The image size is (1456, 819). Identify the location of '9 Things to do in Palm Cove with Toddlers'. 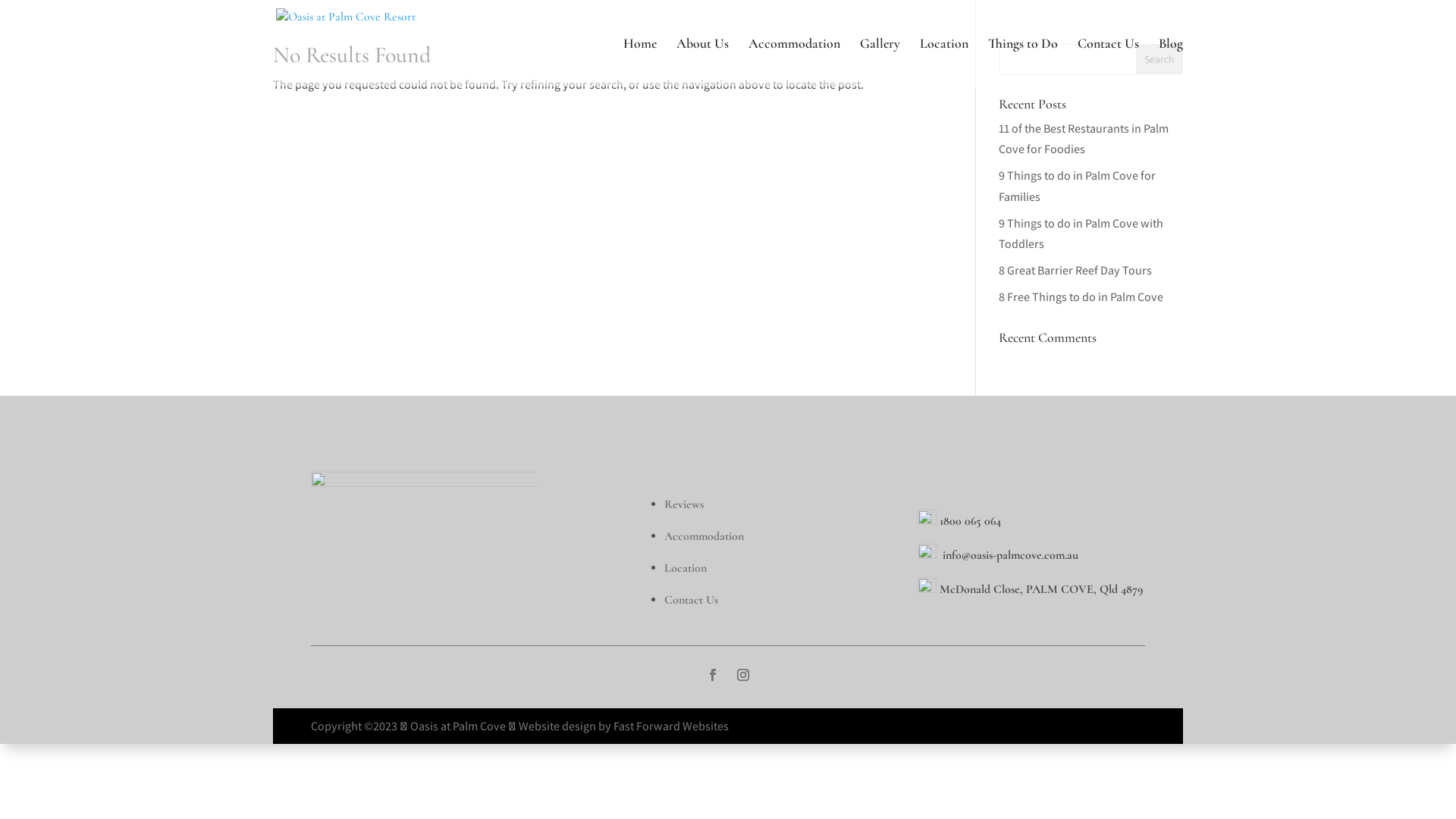
(1080, 234).